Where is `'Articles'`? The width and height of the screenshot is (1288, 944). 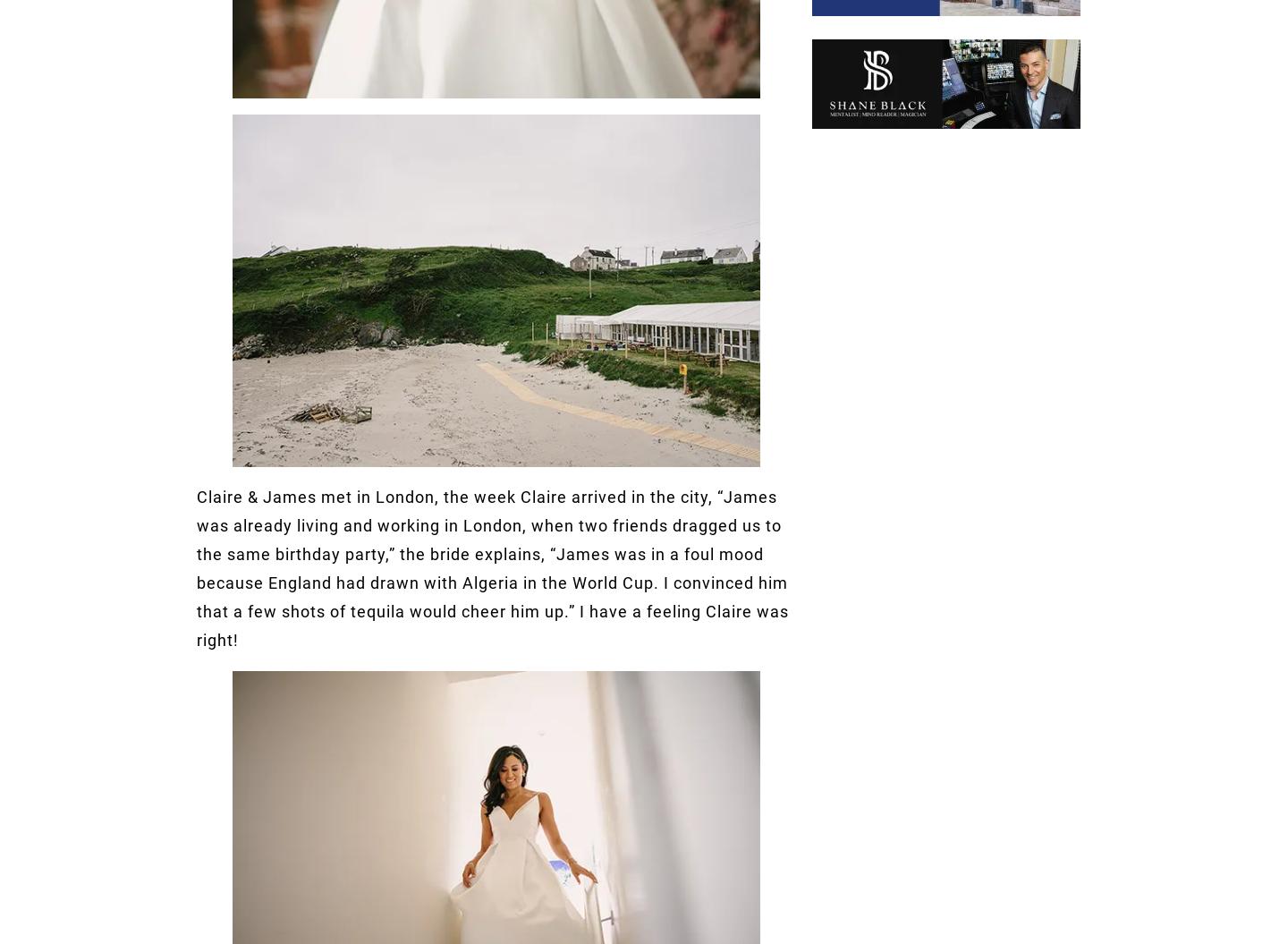 'Articles' is located at coordinates (552, 401).